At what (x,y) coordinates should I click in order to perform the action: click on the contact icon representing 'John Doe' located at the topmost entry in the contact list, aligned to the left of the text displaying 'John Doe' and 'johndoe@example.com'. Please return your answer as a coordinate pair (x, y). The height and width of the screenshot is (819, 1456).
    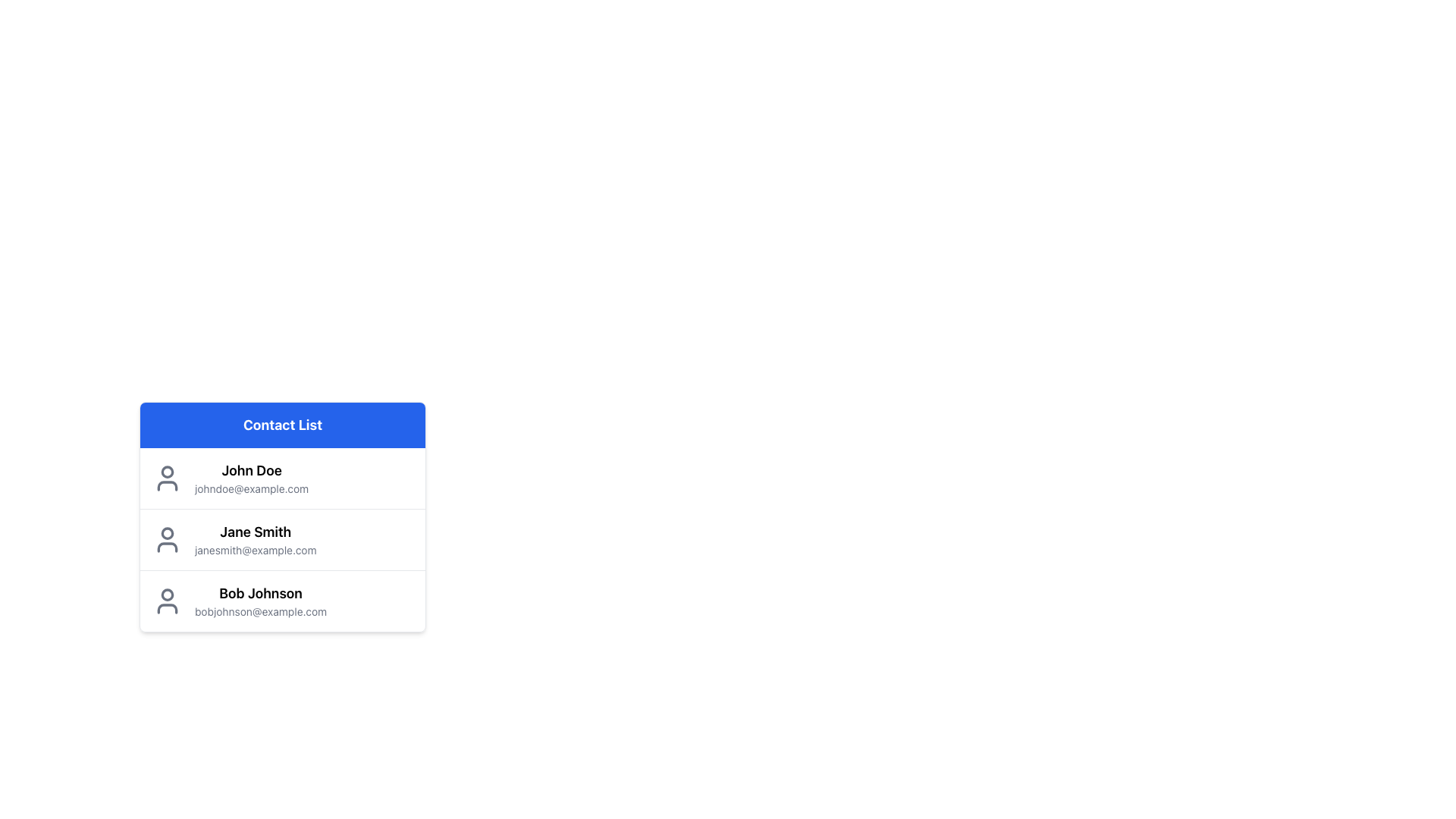
    Looking at the image, I should click on (167, 479).